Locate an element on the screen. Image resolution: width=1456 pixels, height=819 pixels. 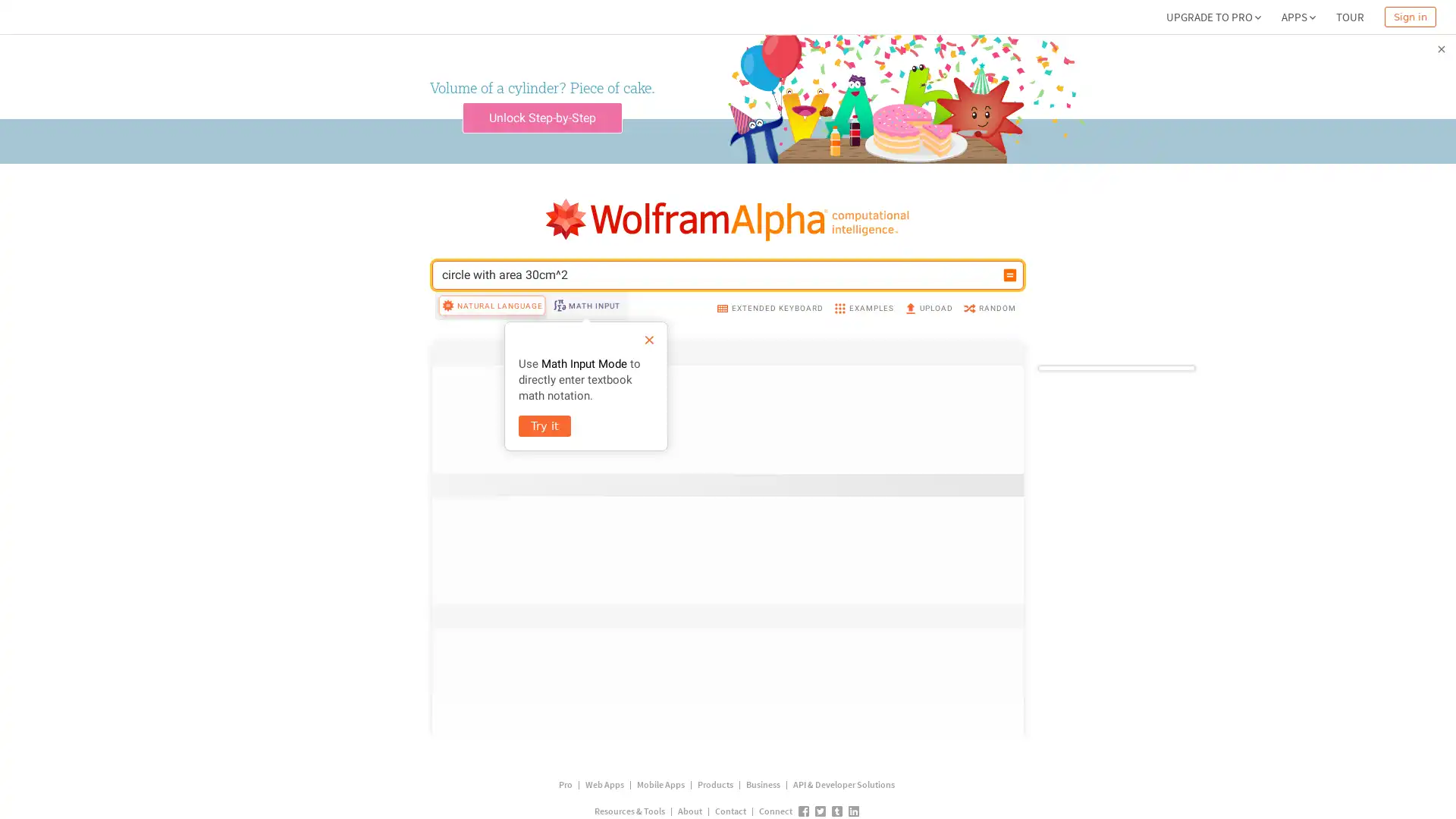
Step-by-step solution is located at coordinates (947, 694).